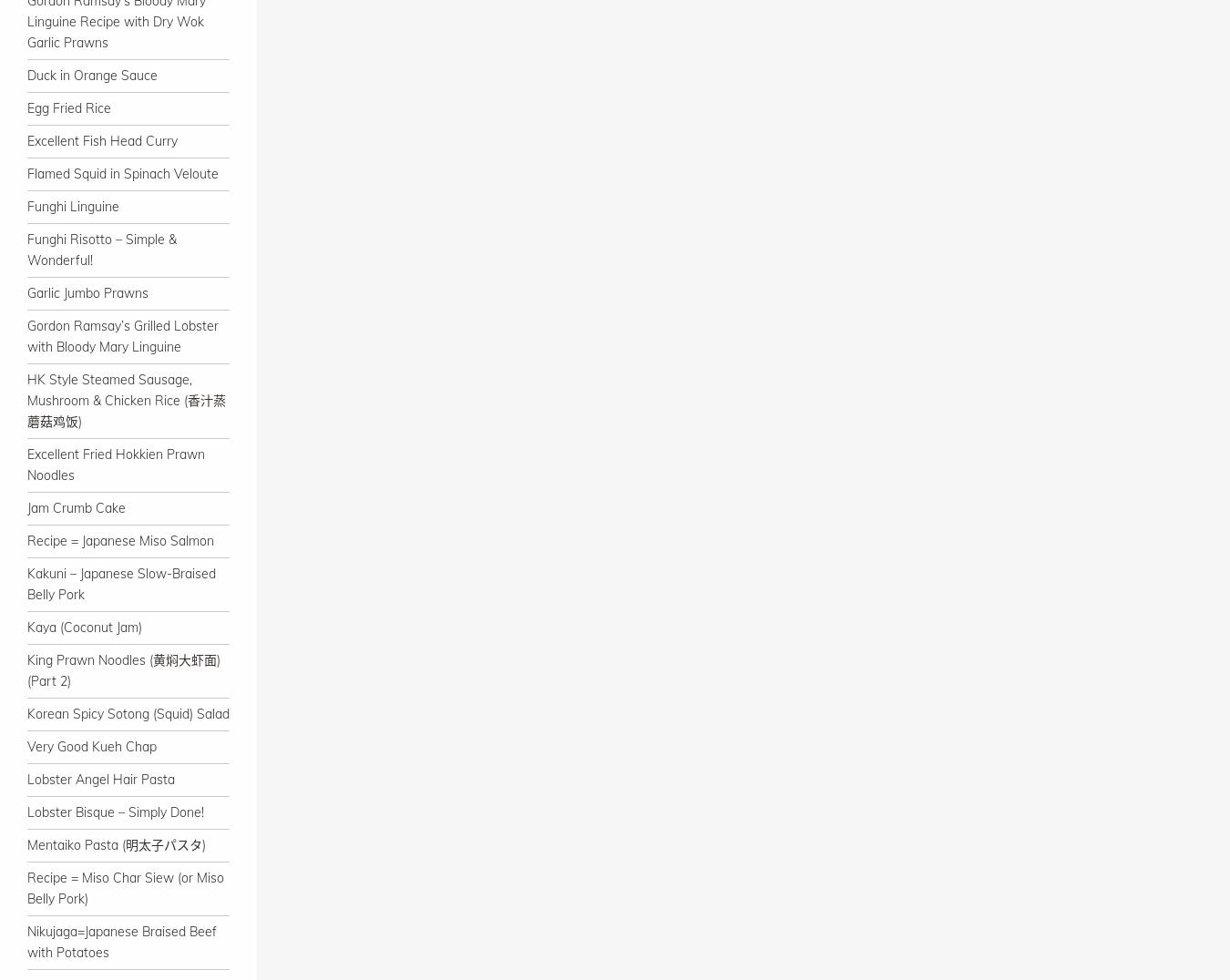  I want to click on 'Funghi Risotto – Simple & Wonderful!', so click(26, 249).